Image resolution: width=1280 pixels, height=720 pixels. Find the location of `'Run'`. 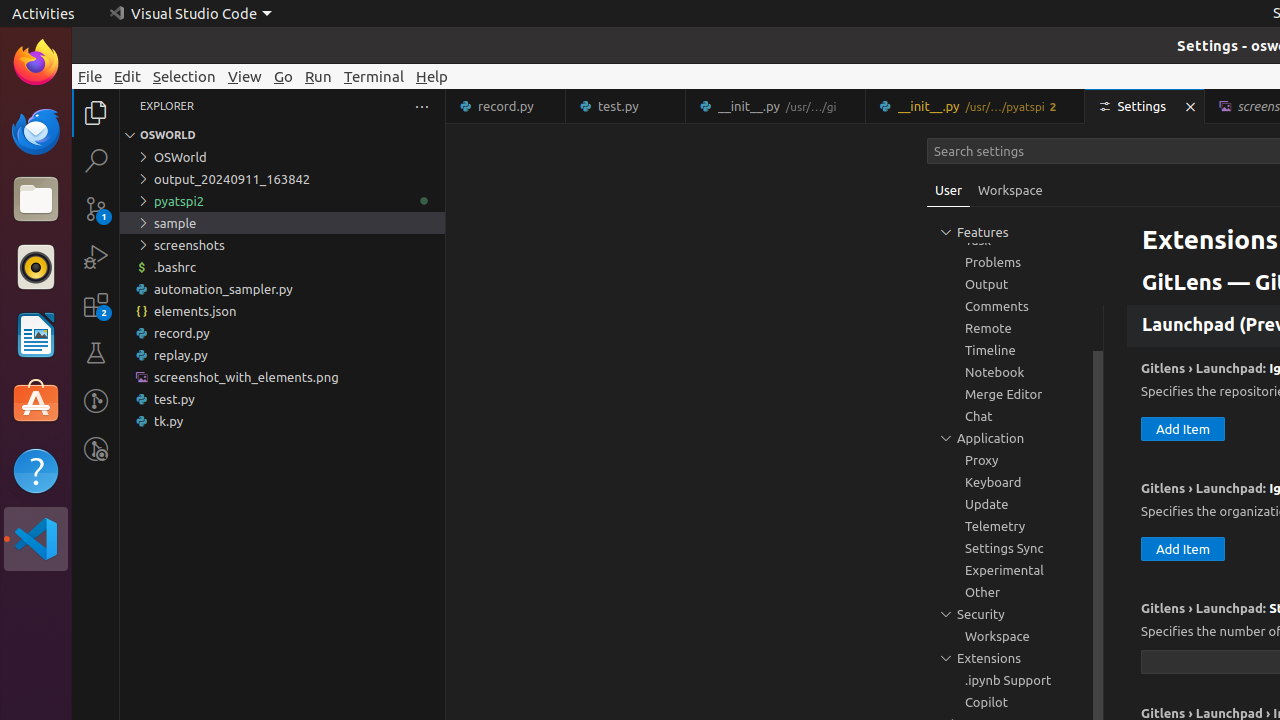

'Run' is located at coordinates (317, 75).